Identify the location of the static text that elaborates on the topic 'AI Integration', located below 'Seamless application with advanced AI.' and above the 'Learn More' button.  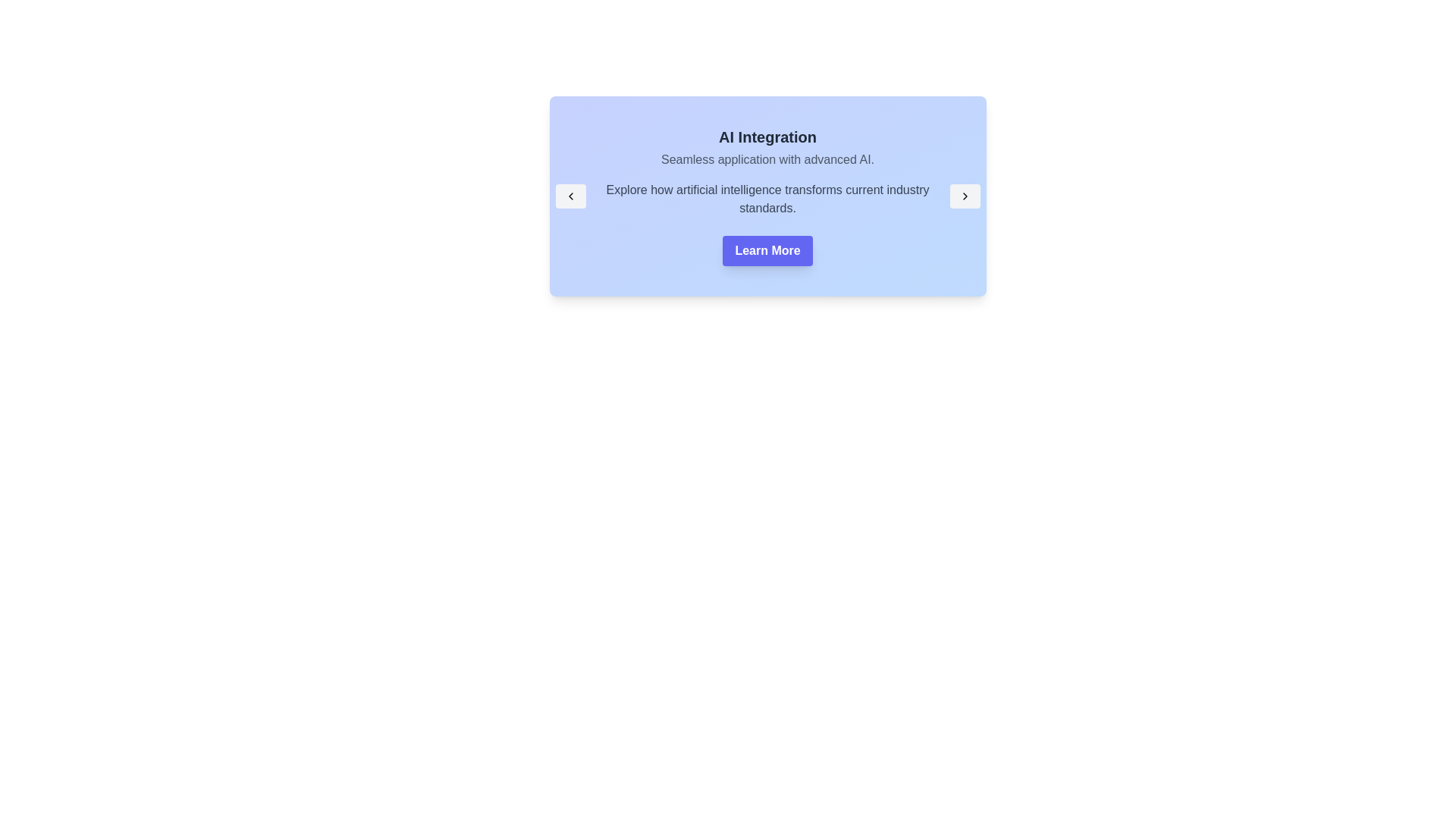
(767, 198).